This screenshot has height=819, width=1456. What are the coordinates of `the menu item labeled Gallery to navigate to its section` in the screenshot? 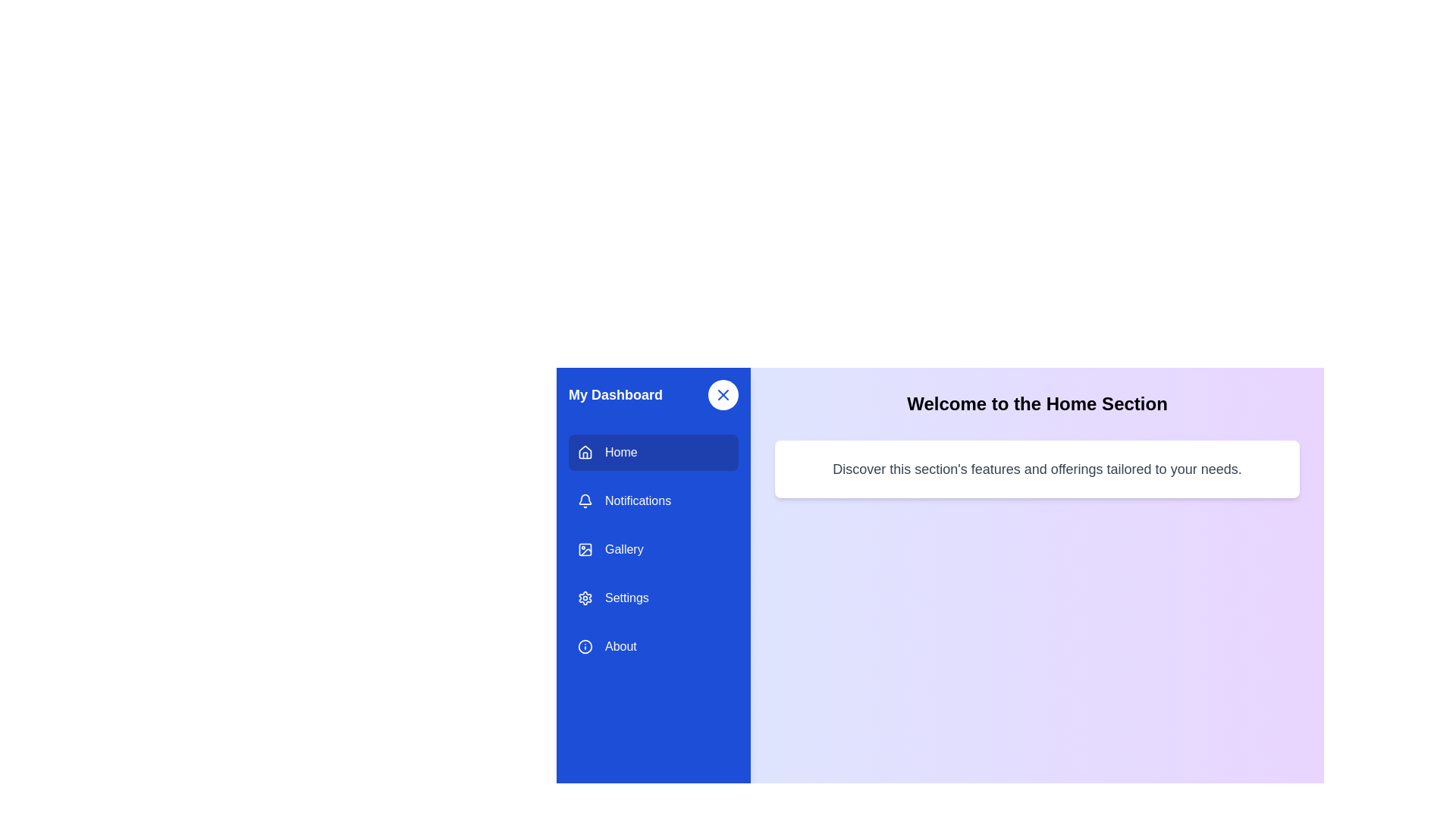 It's located at (654, 550).